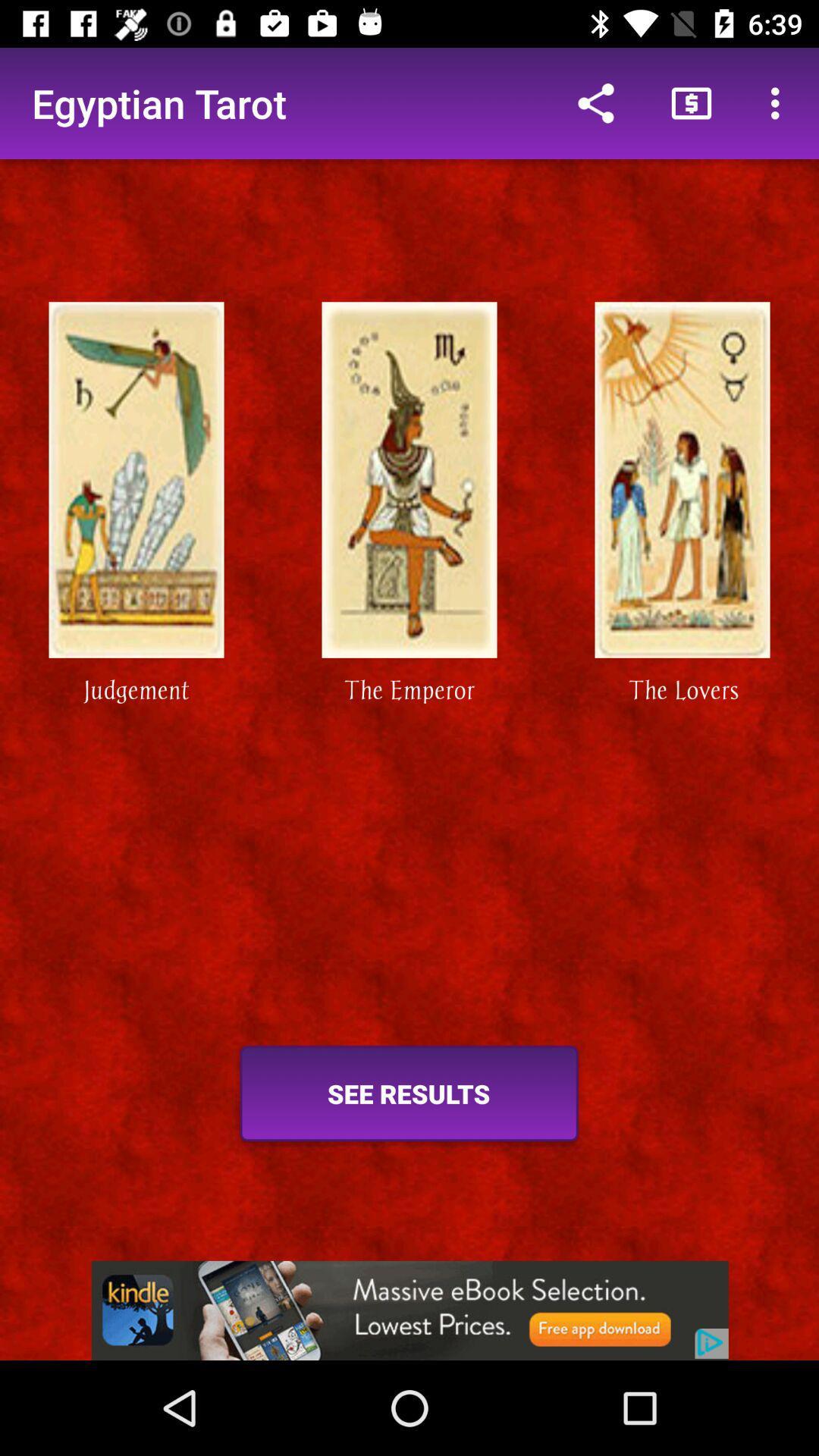  I want to click on advertisent page, so click(409, 1310).